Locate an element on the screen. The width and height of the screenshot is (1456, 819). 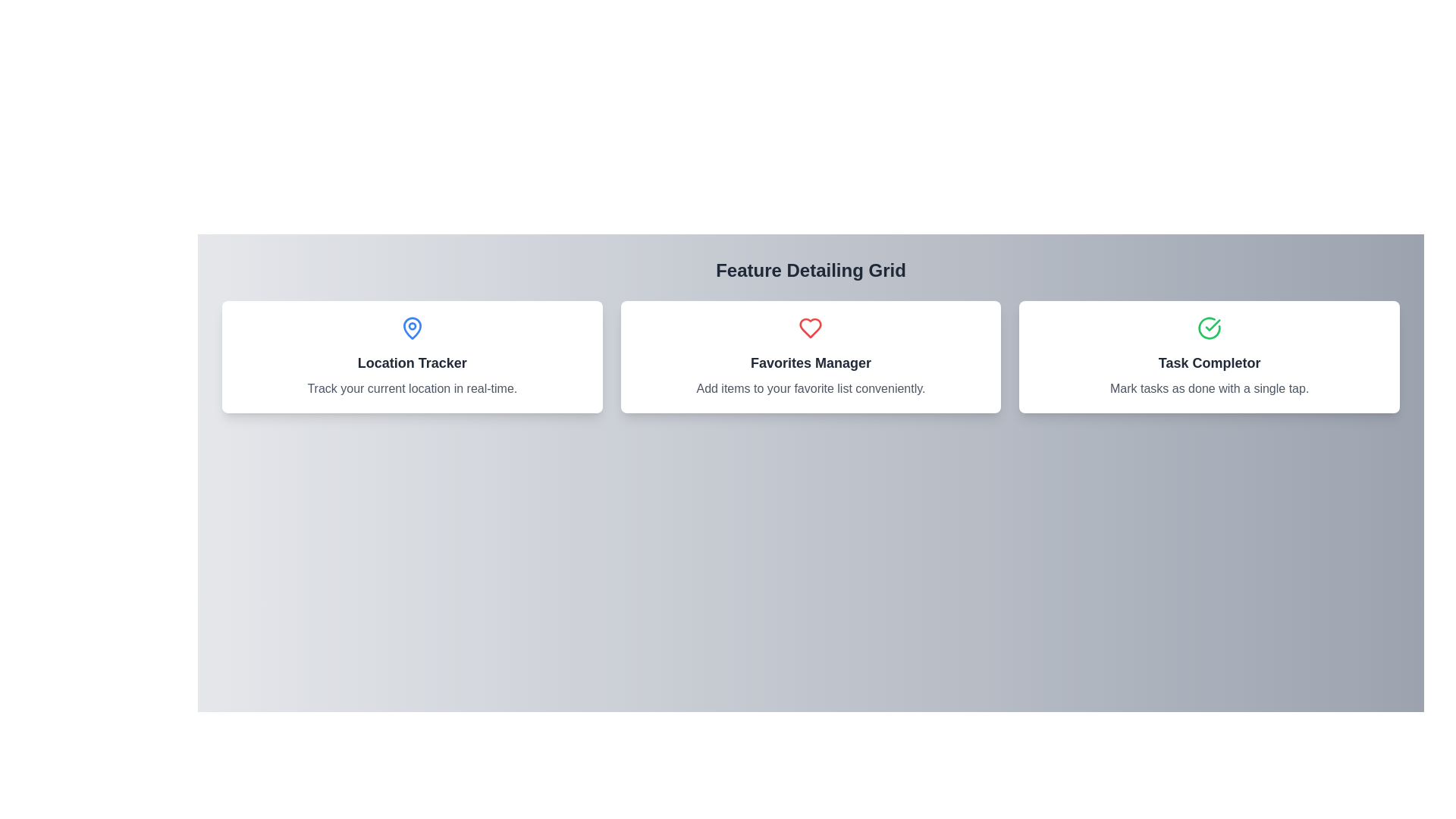
the circular green checkmark icon above the text 'Task Completor' is located at coordinates (1209, 327).